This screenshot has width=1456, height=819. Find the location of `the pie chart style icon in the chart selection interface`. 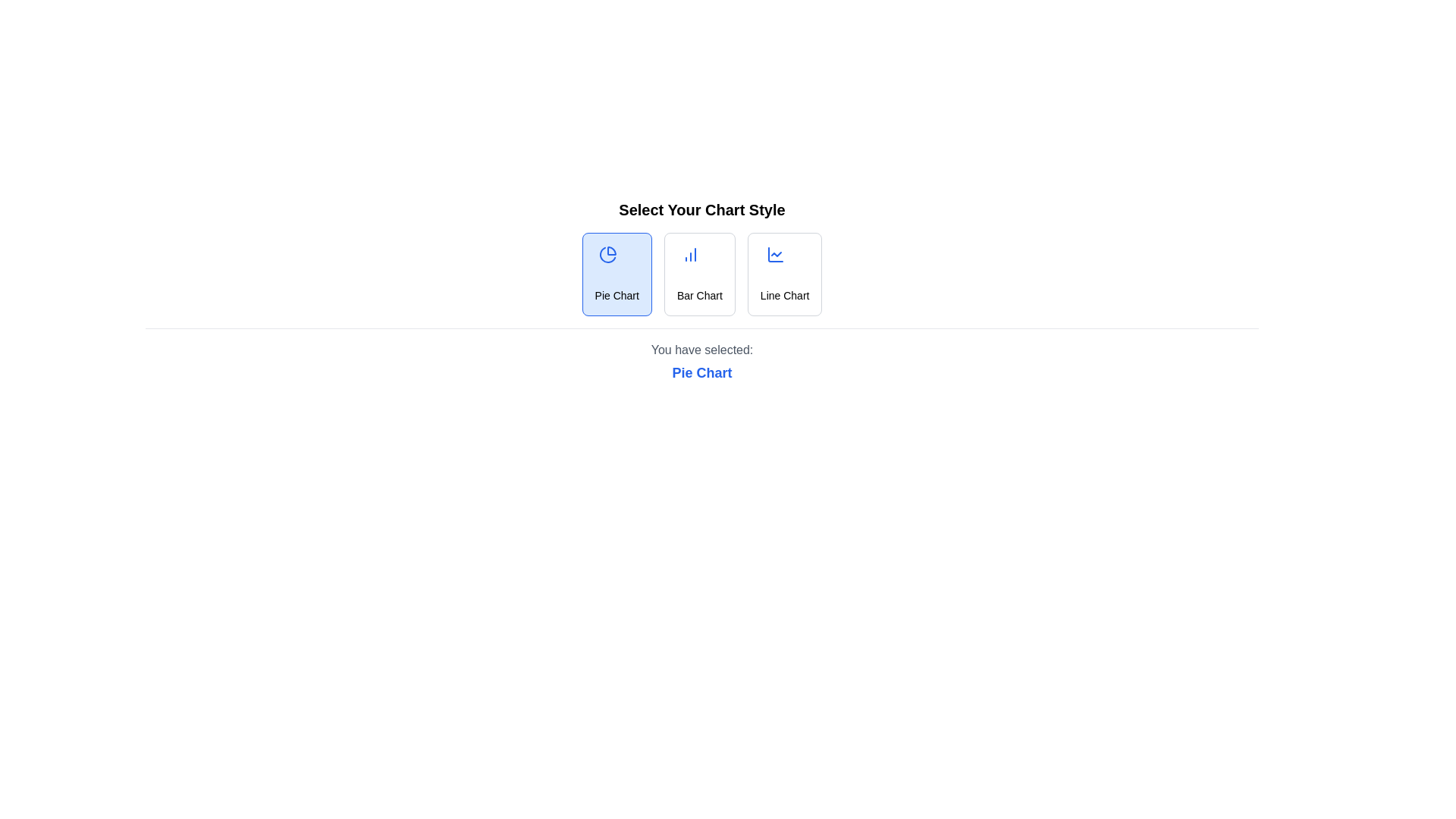

the pie chart style icon in the chart selection interface is located at coordinates (607, 253).